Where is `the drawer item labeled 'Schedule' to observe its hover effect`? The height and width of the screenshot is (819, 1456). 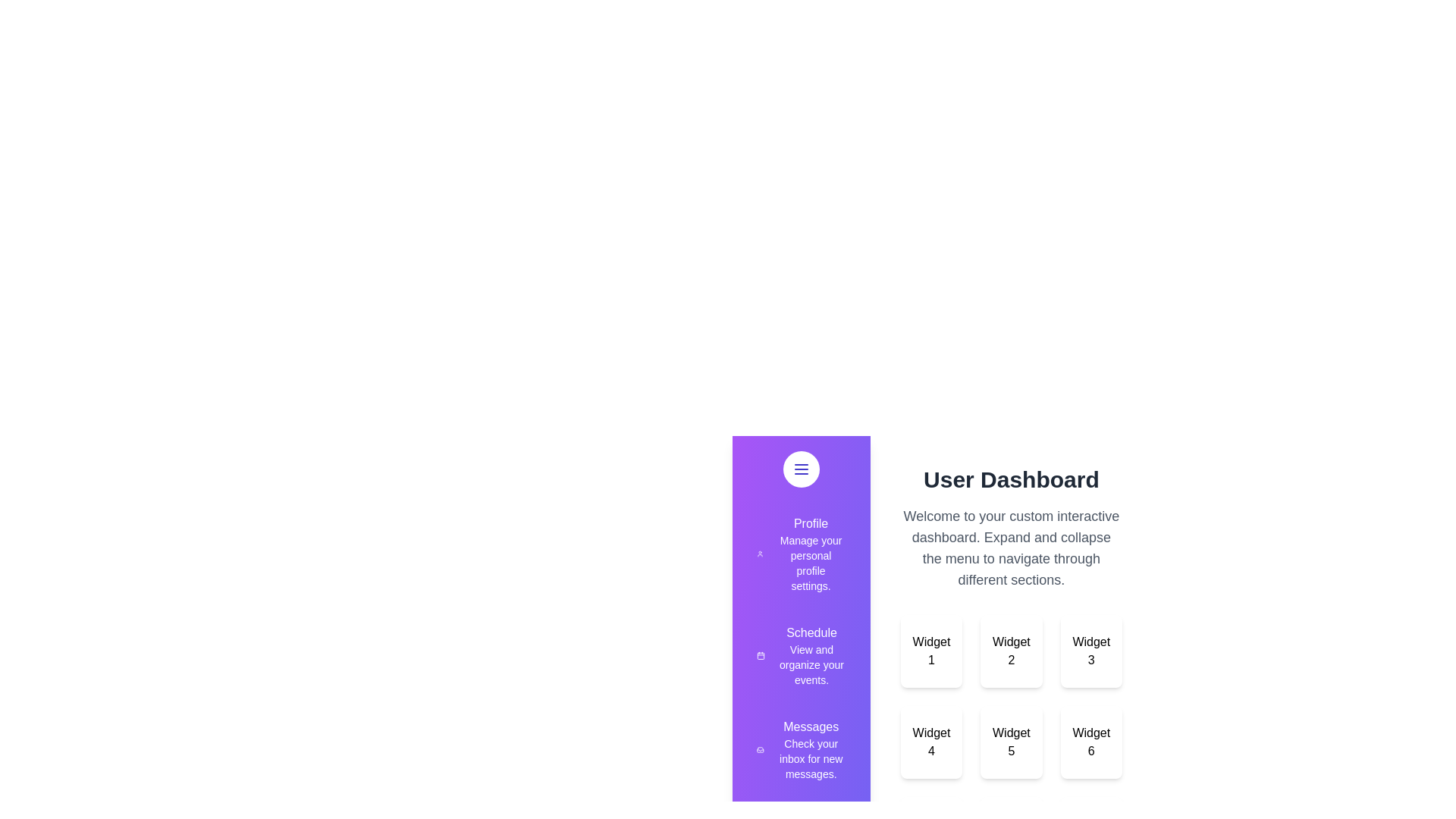 the drawer item labeled 'Schedule' to observe its hover effect is located at coordinates (800, 654).